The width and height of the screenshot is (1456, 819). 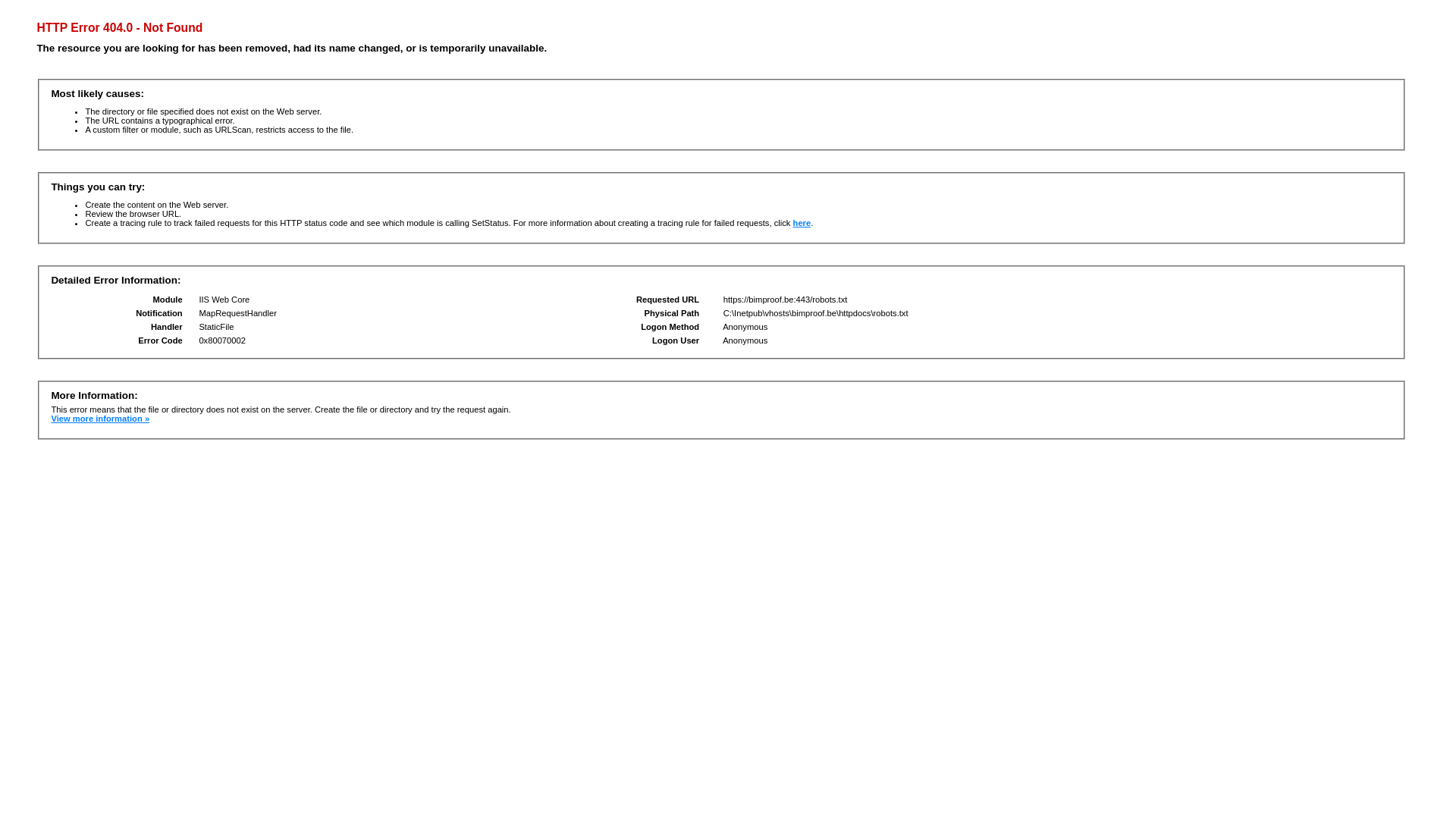 I want to click on 'here', so click(x=801, y=222).